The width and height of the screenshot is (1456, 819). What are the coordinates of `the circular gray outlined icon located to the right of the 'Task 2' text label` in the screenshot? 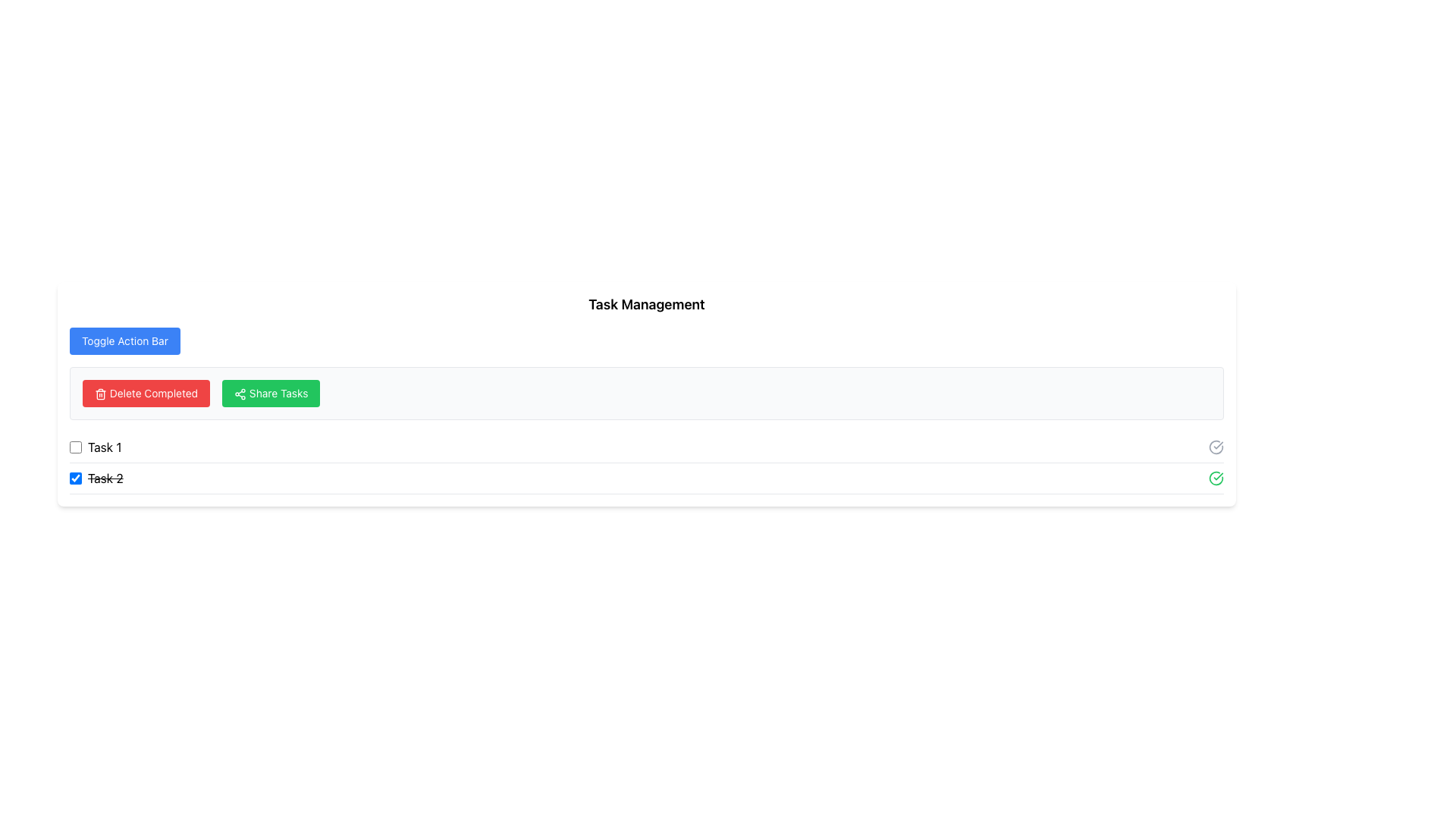 It's located at (1216, 446).